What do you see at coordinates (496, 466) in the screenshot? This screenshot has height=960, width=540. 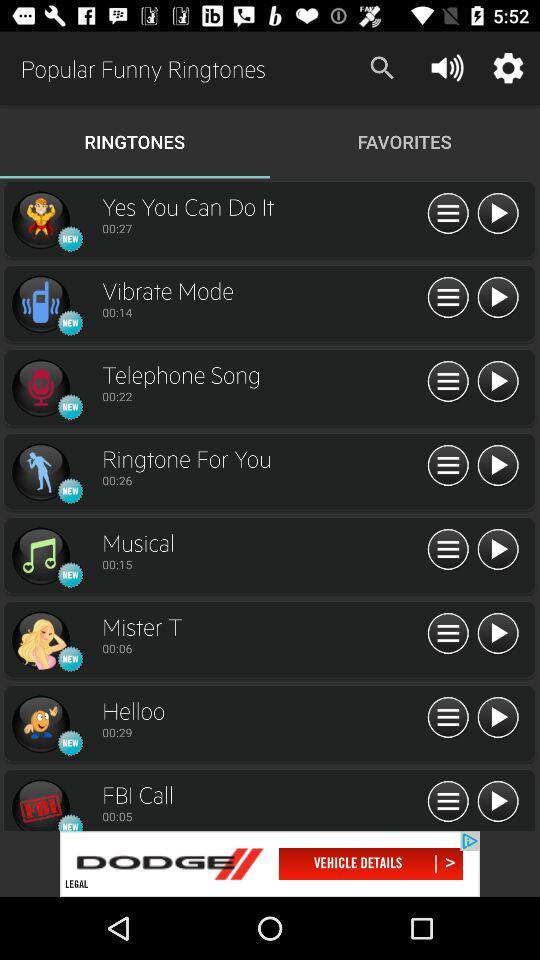 I see `user` at bounding box center [496, 466].